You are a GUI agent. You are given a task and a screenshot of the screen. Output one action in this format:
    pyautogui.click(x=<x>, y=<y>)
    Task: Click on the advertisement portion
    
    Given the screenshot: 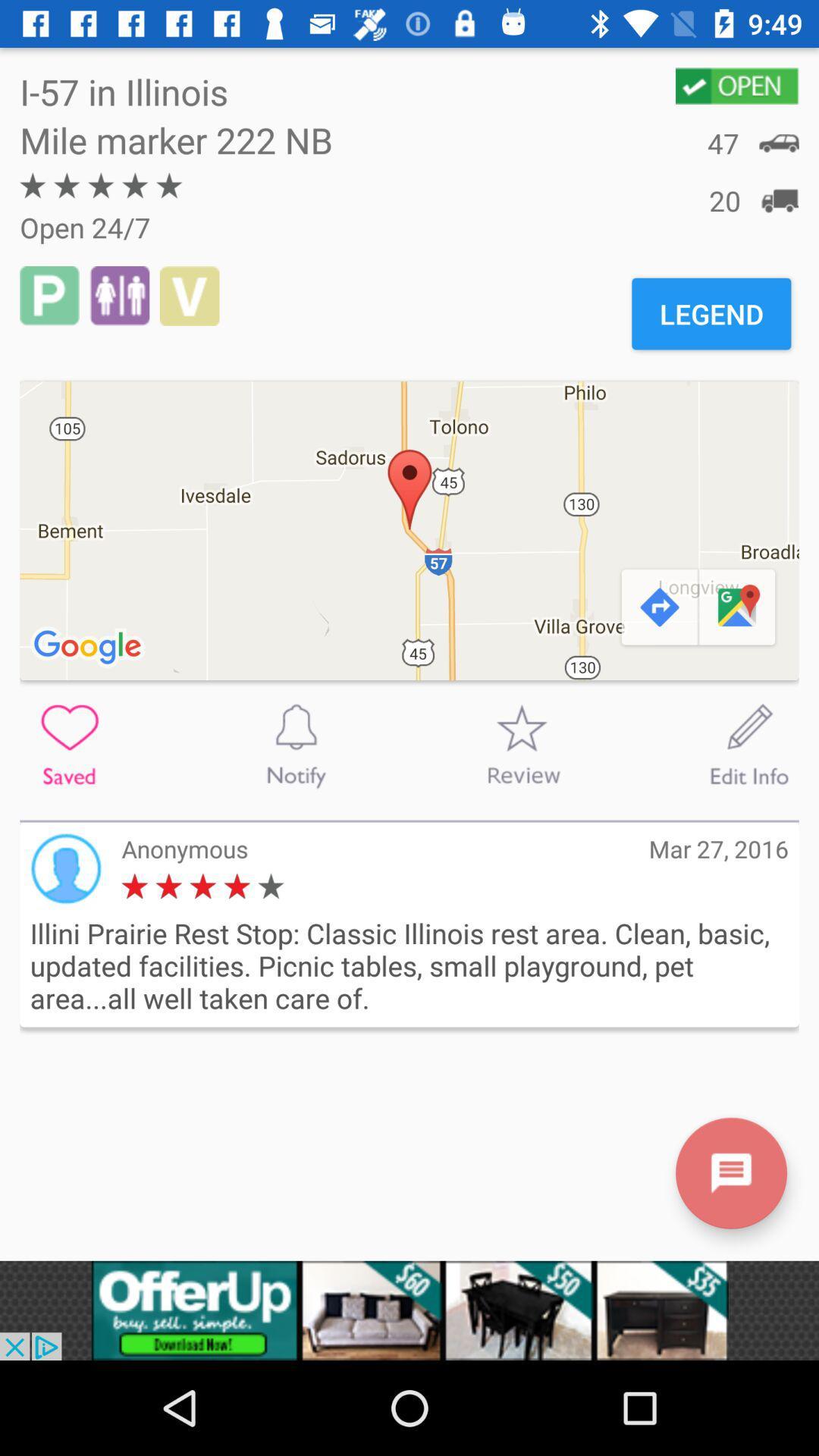 What is the action you would take?
    pyautogui.click(x=409, y=1310)
    